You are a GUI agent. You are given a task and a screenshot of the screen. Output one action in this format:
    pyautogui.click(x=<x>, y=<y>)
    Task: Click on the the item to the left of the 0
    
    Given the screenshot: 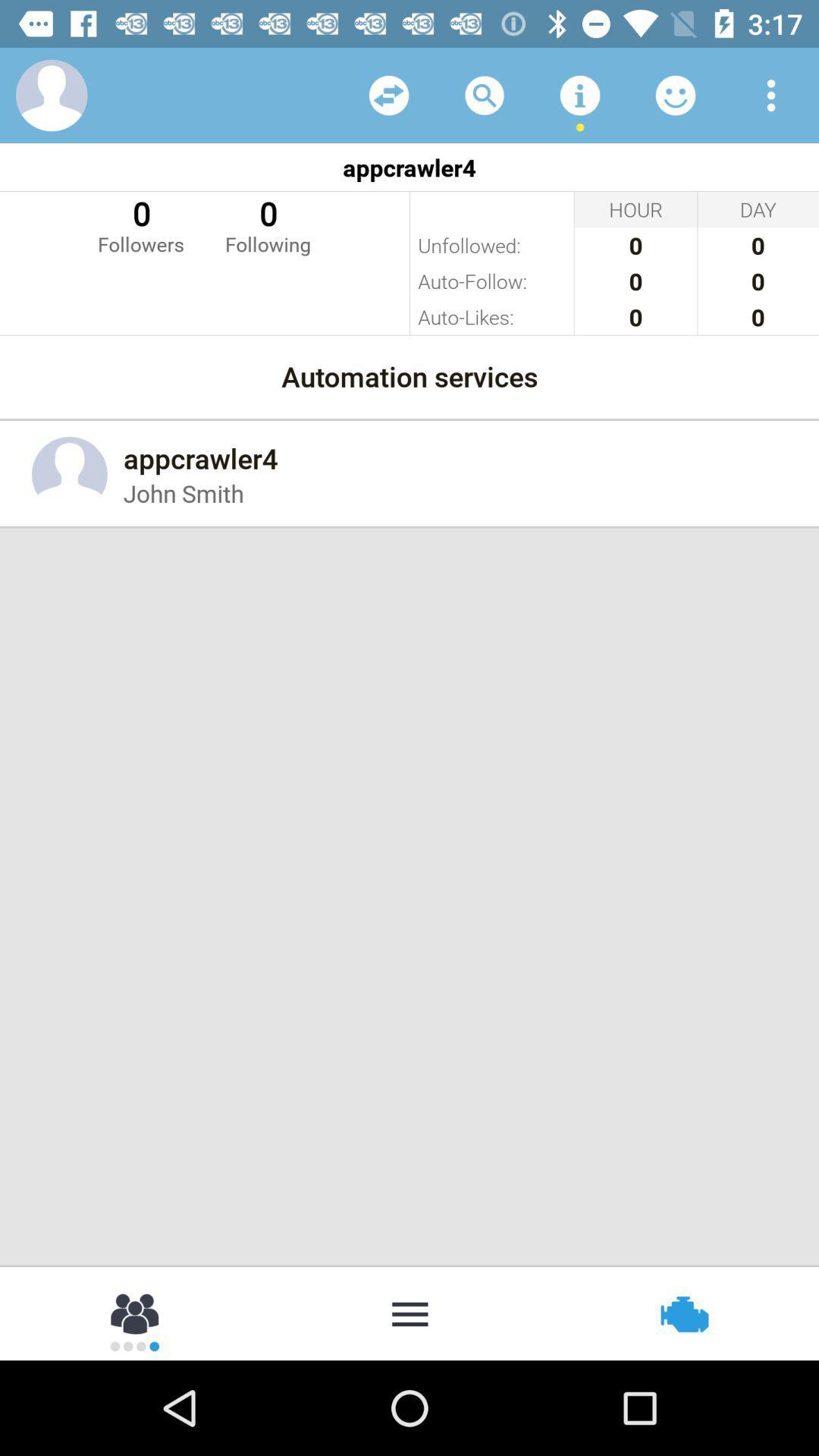 What is the action you would take?
    pyautogui.click(x=140, y=224)
    